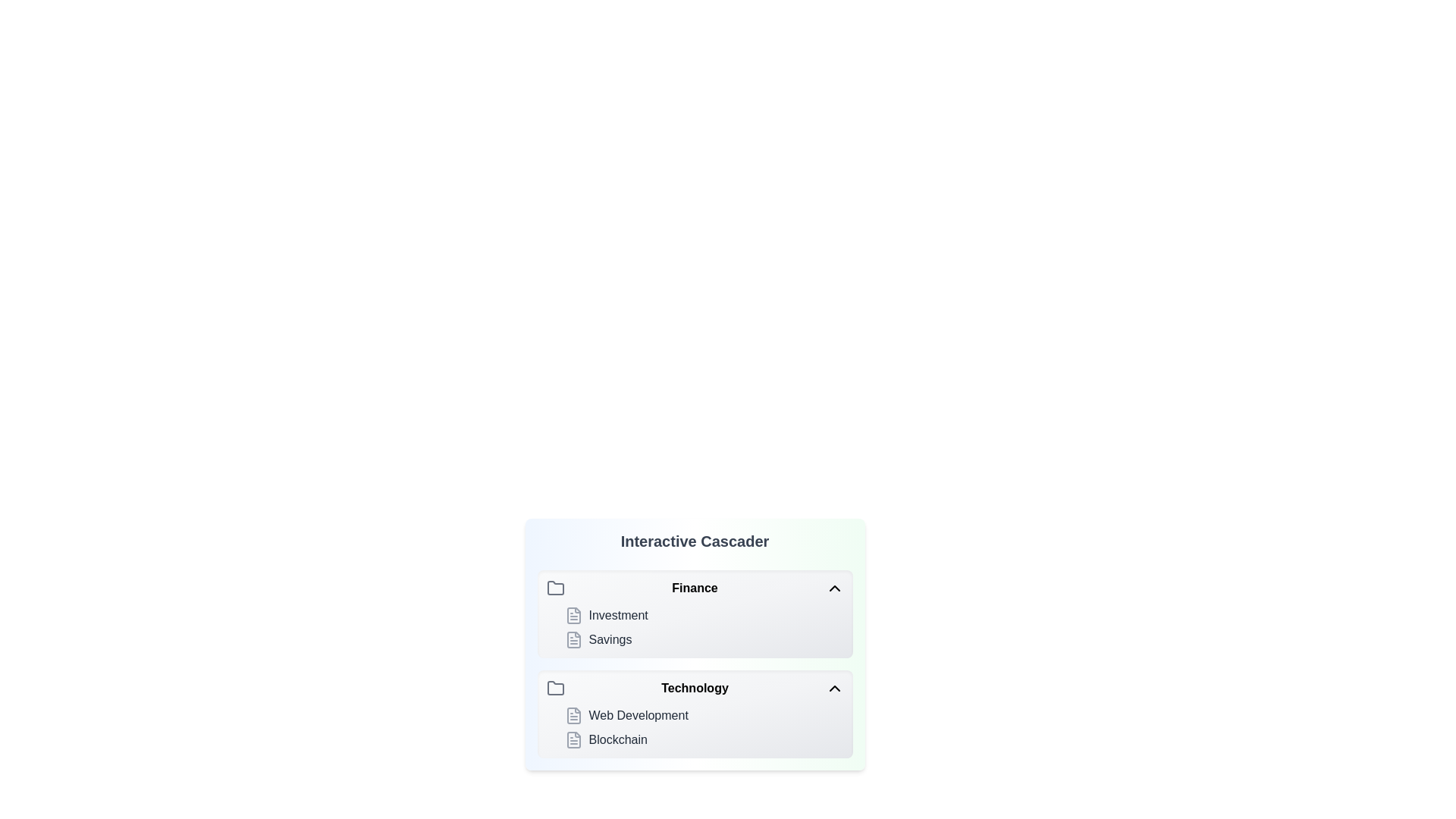 This screenshot has width=1456, height=819. What do you see at coordinates (703, 716) in the screenshot?
I see `the first selectable option in the 'Technology' section, labeled 'Web Development'` at bounding box center [703, 716].